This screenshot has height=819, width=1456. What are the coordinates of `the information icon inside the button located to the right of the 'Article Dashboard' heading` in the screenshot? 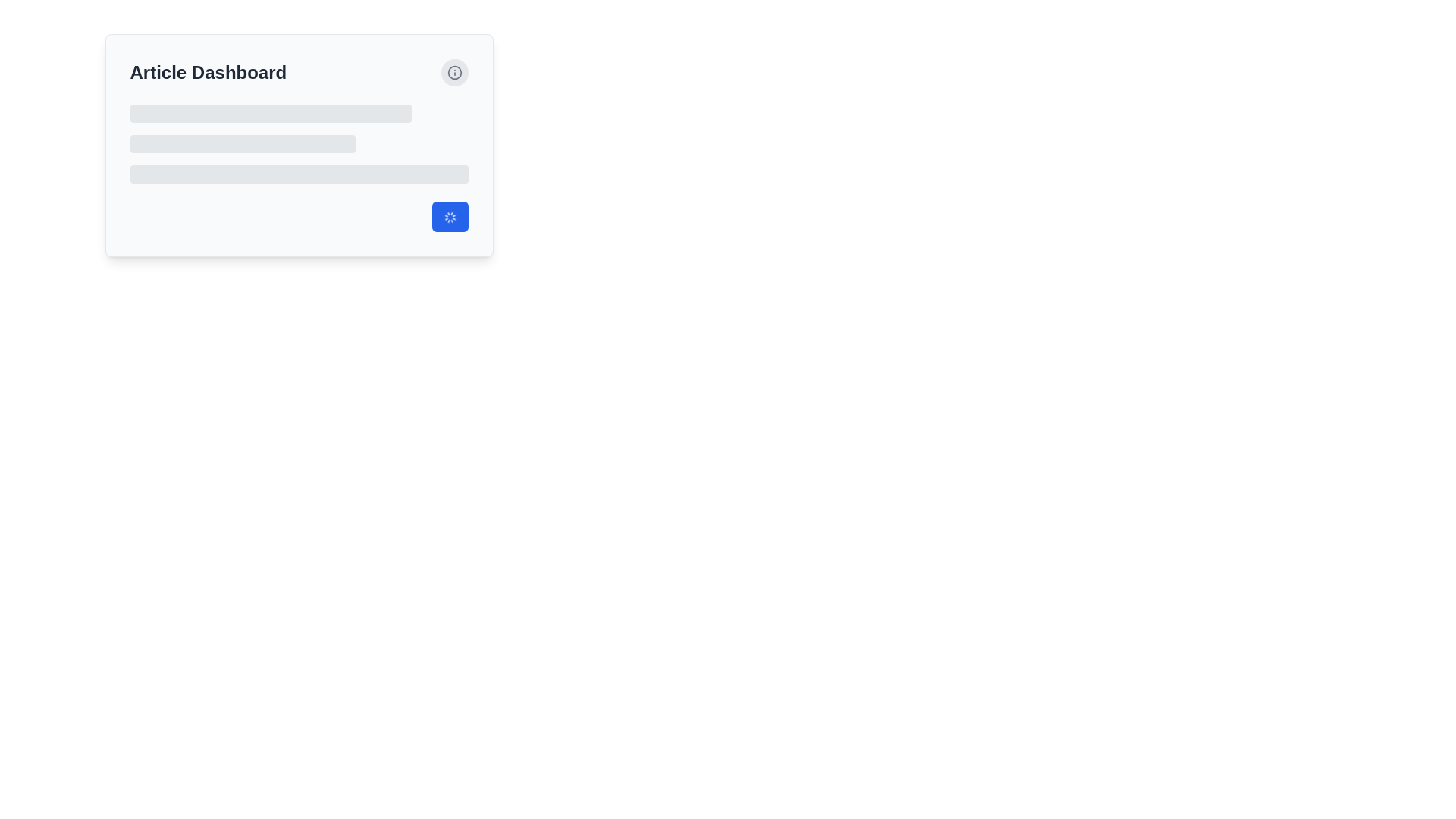 It's located at (453, 73).